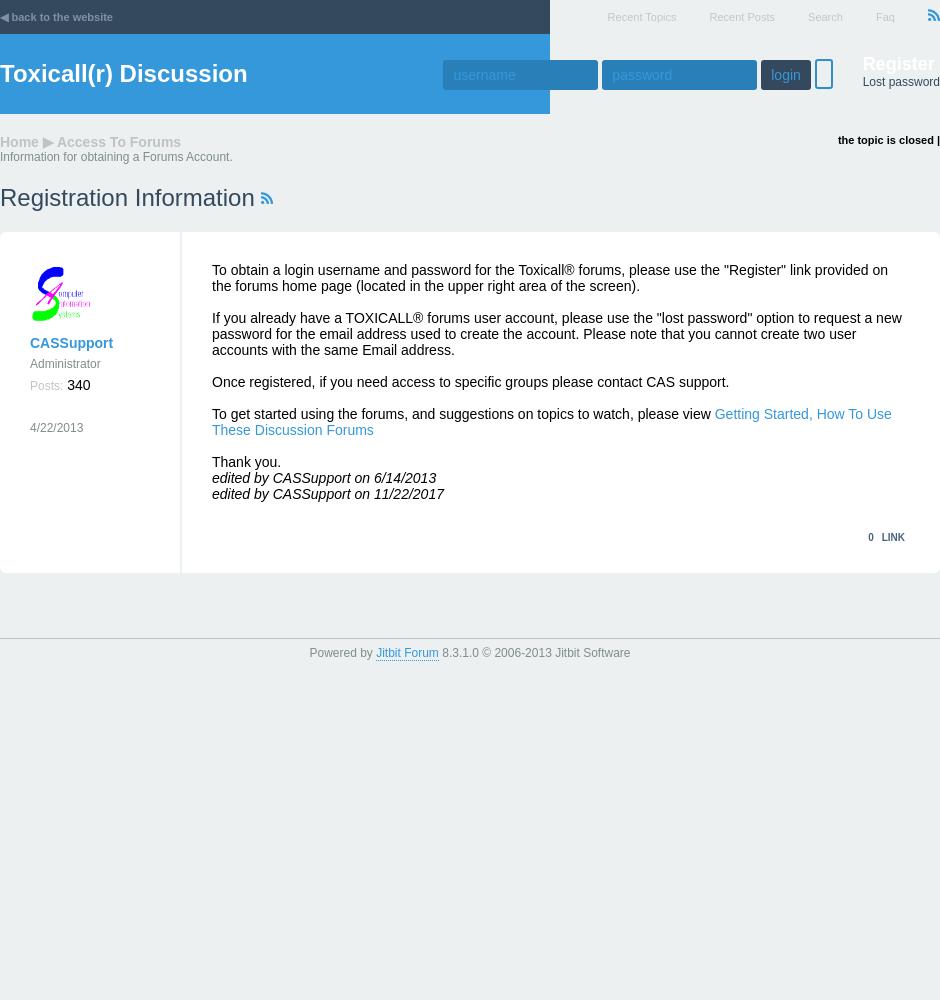 This screenshot has width=940, height=1000. What do you see at coordinates (29, 428) in the screenshot?
I see `'4/22/2013'` at bounding box center [29, 428].